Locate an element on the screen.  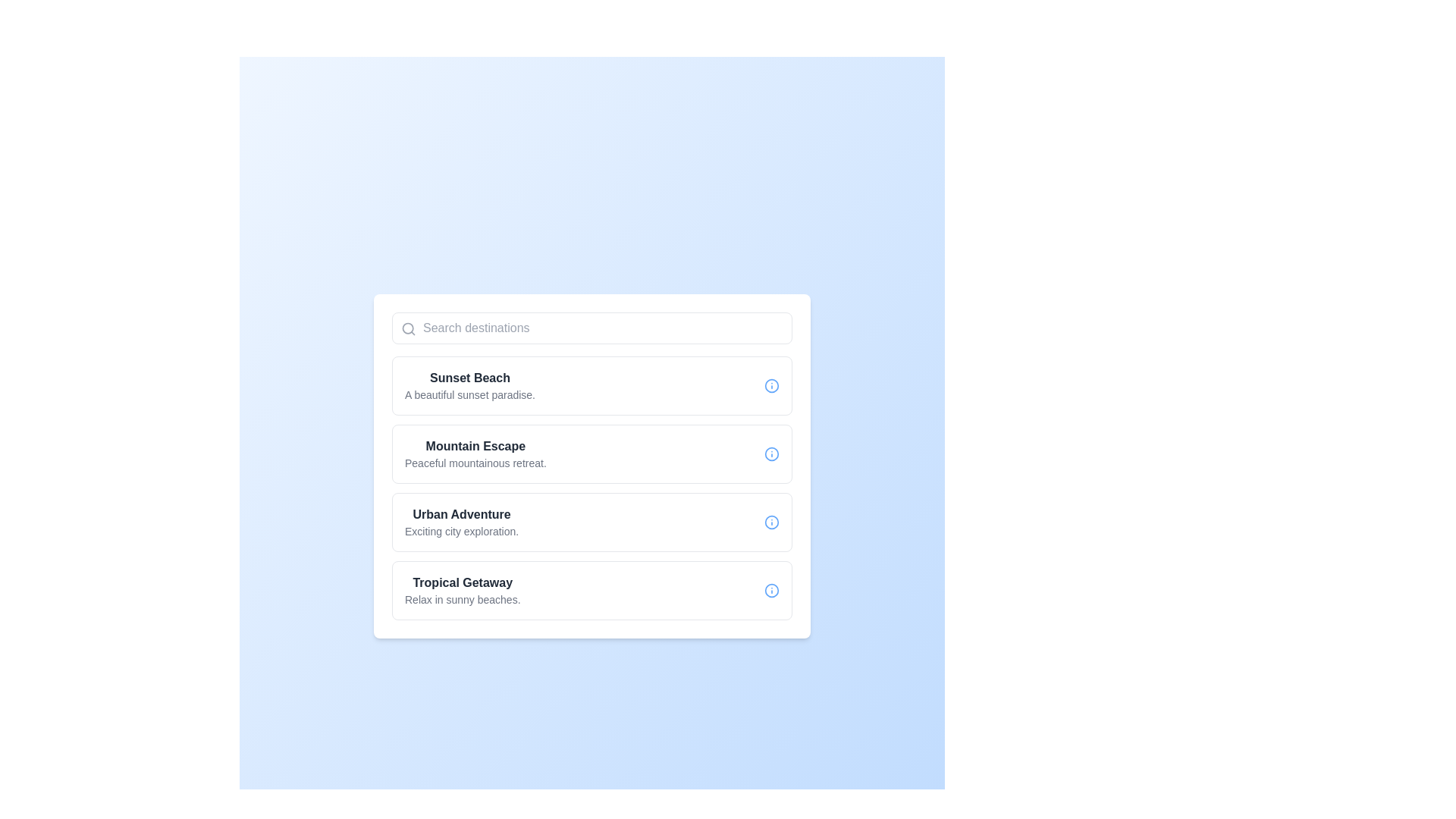
the fourth item in the vertical list of descriptive entries, which represents the selectable option for 'Sunset Beach' is located at coordinates (462, 590).